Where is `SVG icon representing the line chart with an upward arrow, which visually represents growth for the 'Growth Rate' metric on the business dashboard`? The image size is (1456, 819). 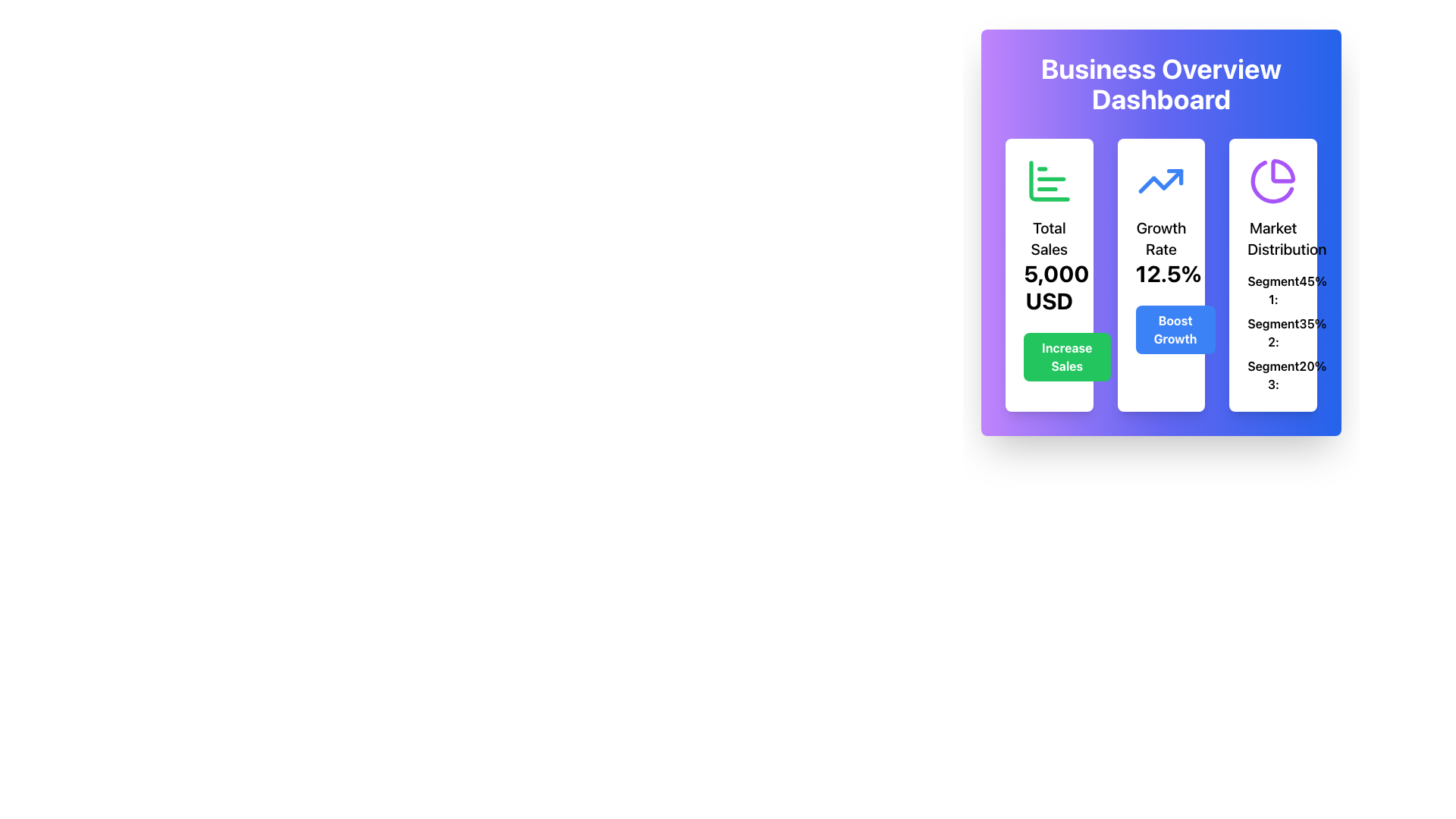
SVG icon representing the line chart with an upward arrow, which visually represents growth for the 'Growth Rate' metric on the business dashboard is located at coordinates (1160, 180).